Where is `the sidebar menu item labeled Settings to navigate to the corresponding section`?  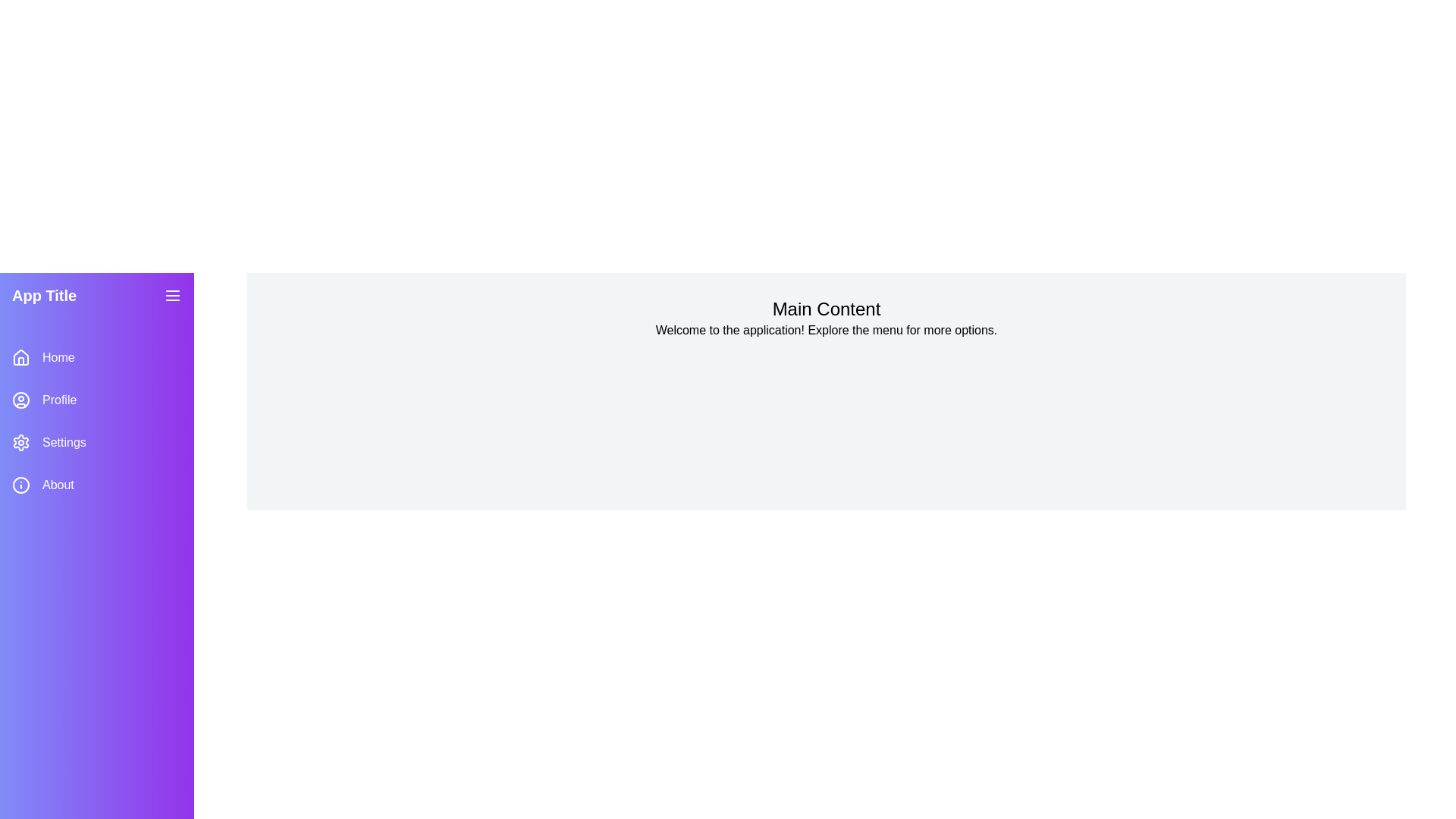
the sidebar menu item labeled Settings to navigate to the corresponding section is located at coordinates (96, 442).